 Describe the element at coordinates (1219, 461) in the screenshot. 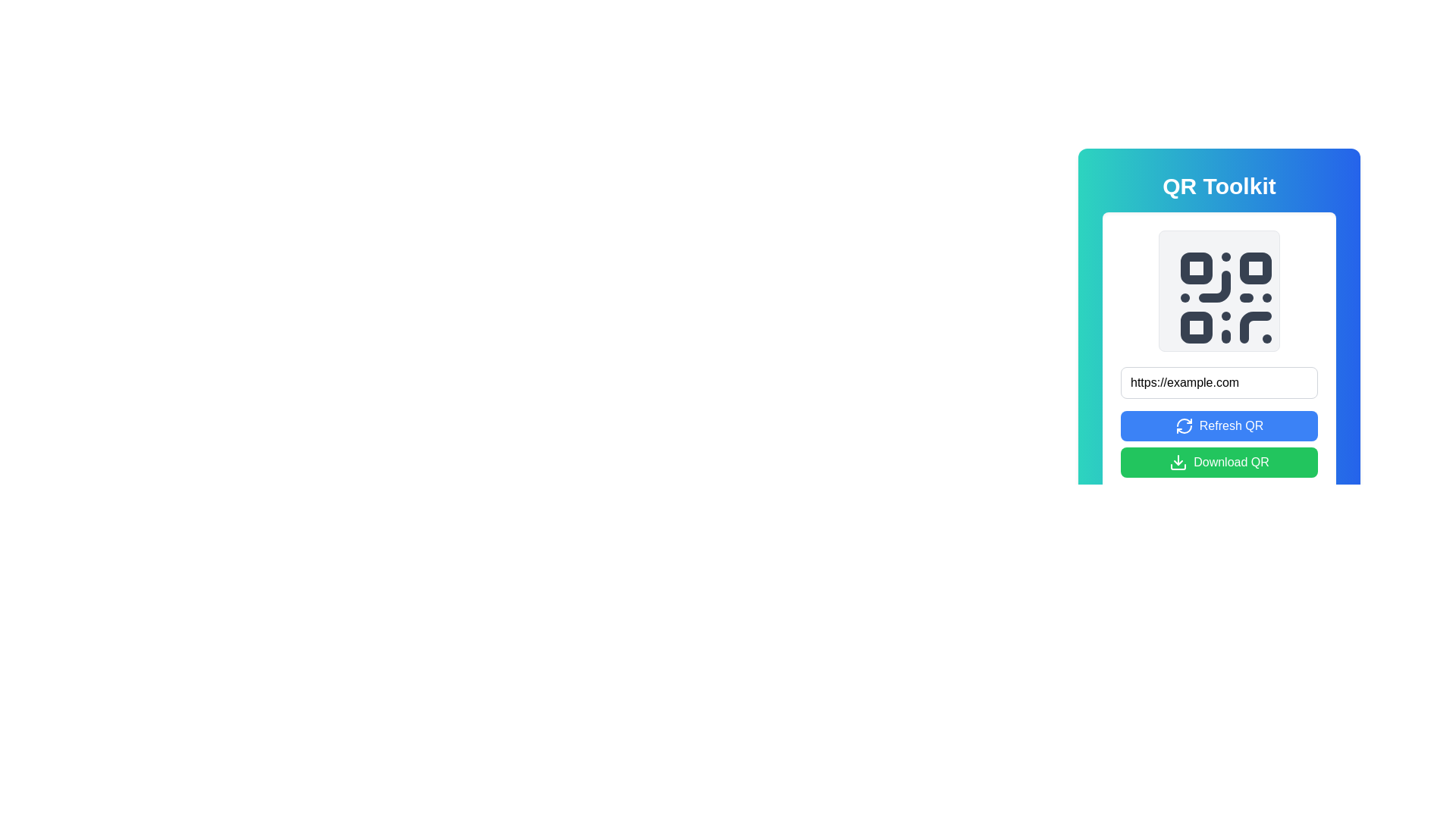

I see `the green rectangular button labeled 'Download QR'` at that location.